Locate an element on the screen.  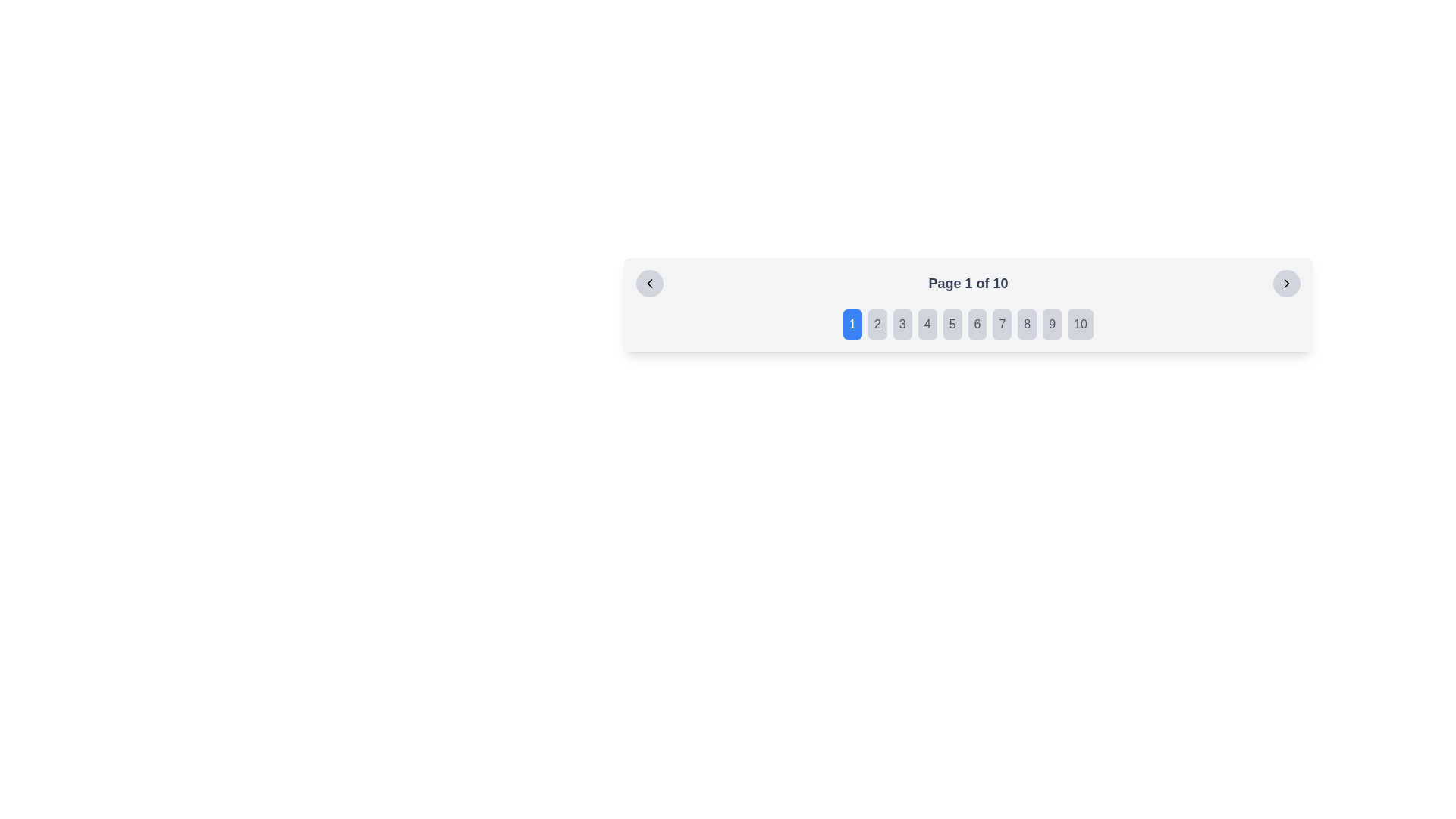
the ninth button in the pagination interface is located at coordinates (1051, 324).